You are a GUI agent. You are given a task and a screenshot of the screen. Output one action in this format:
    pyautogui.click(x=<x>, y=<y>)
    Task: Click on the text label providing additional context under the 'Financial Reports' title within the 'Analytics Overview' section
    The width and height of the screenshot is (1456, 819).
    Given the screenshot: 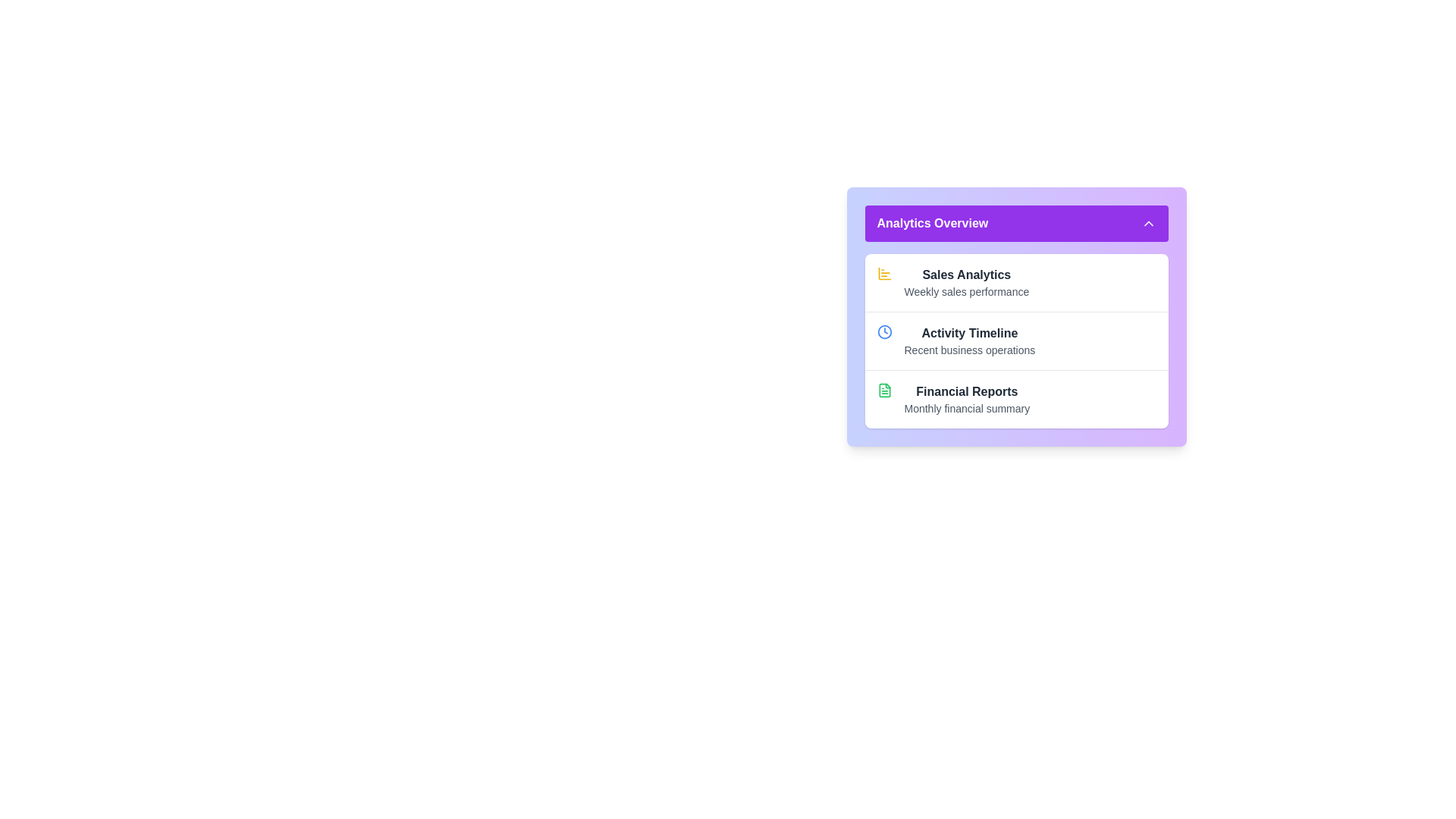 What is the action you would take?
    pyautogui.click(x=966, y=408)
    